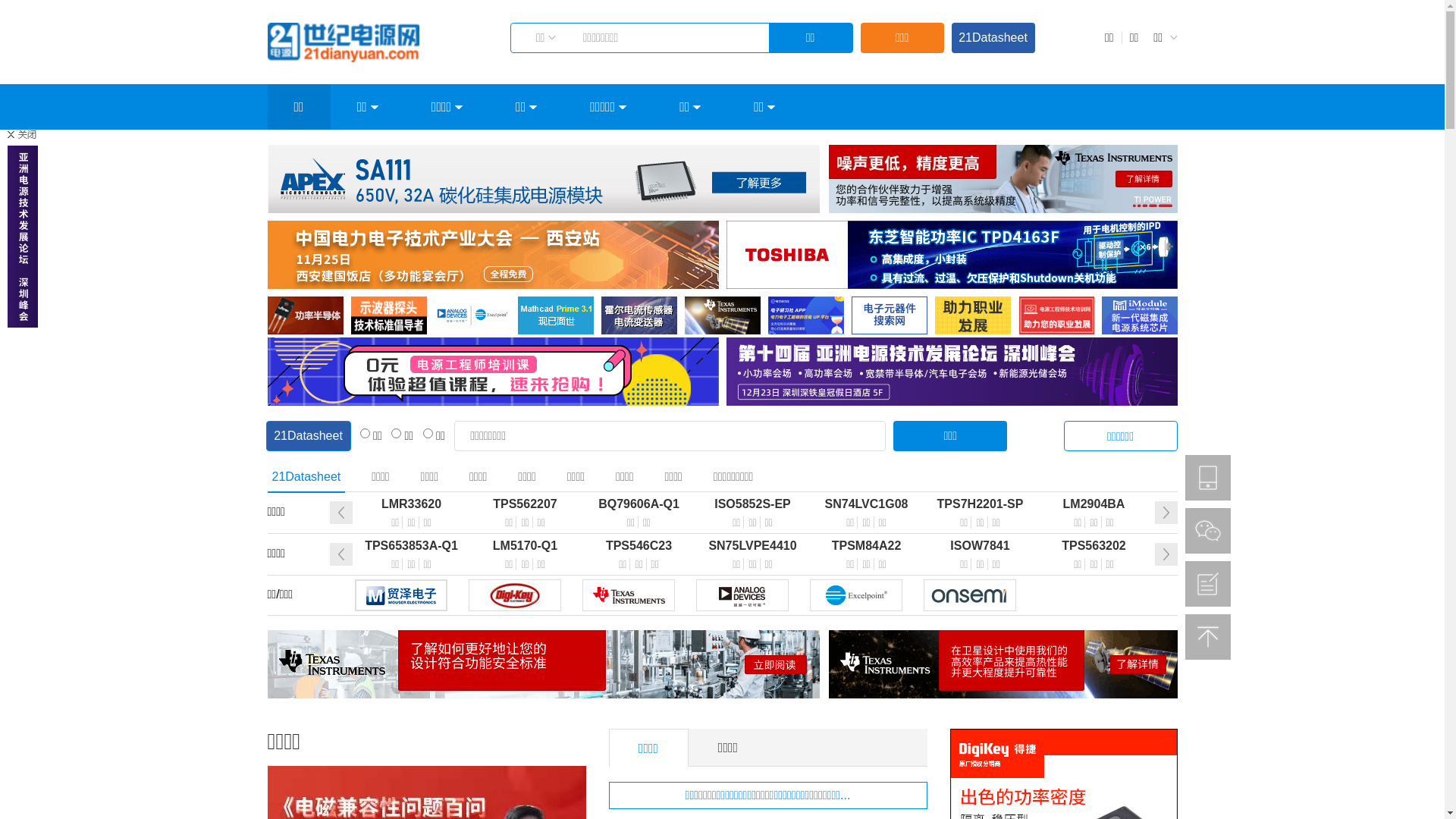  Describe the element at coordinates (695, 595) in the screenshot. I see `'ADI'` at that location.